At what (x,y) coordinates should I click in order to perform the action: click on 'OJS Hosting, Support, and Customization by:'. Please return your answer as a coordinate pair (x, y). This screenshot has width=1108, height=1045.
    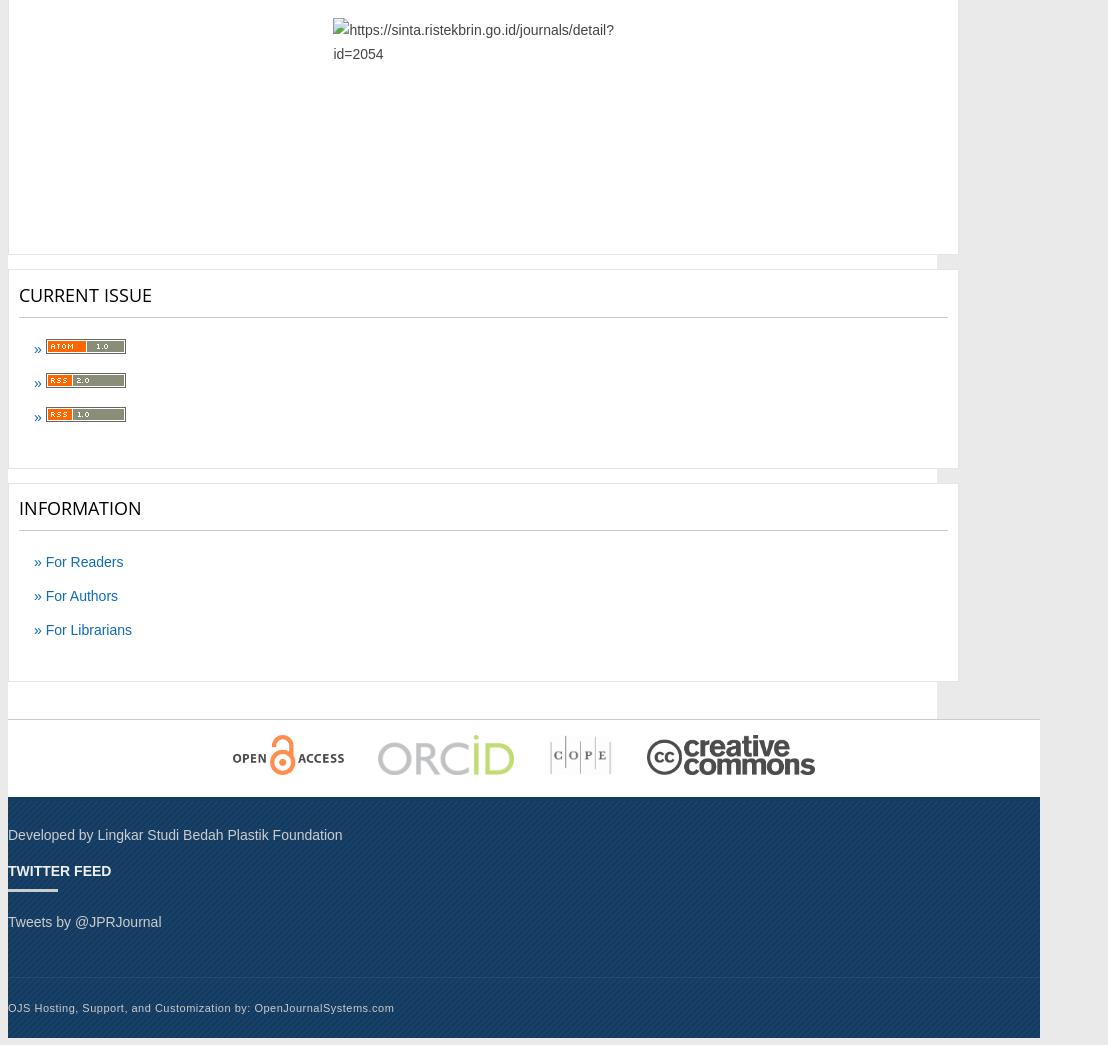
    Looking at the image, I should click on (130, 1006).